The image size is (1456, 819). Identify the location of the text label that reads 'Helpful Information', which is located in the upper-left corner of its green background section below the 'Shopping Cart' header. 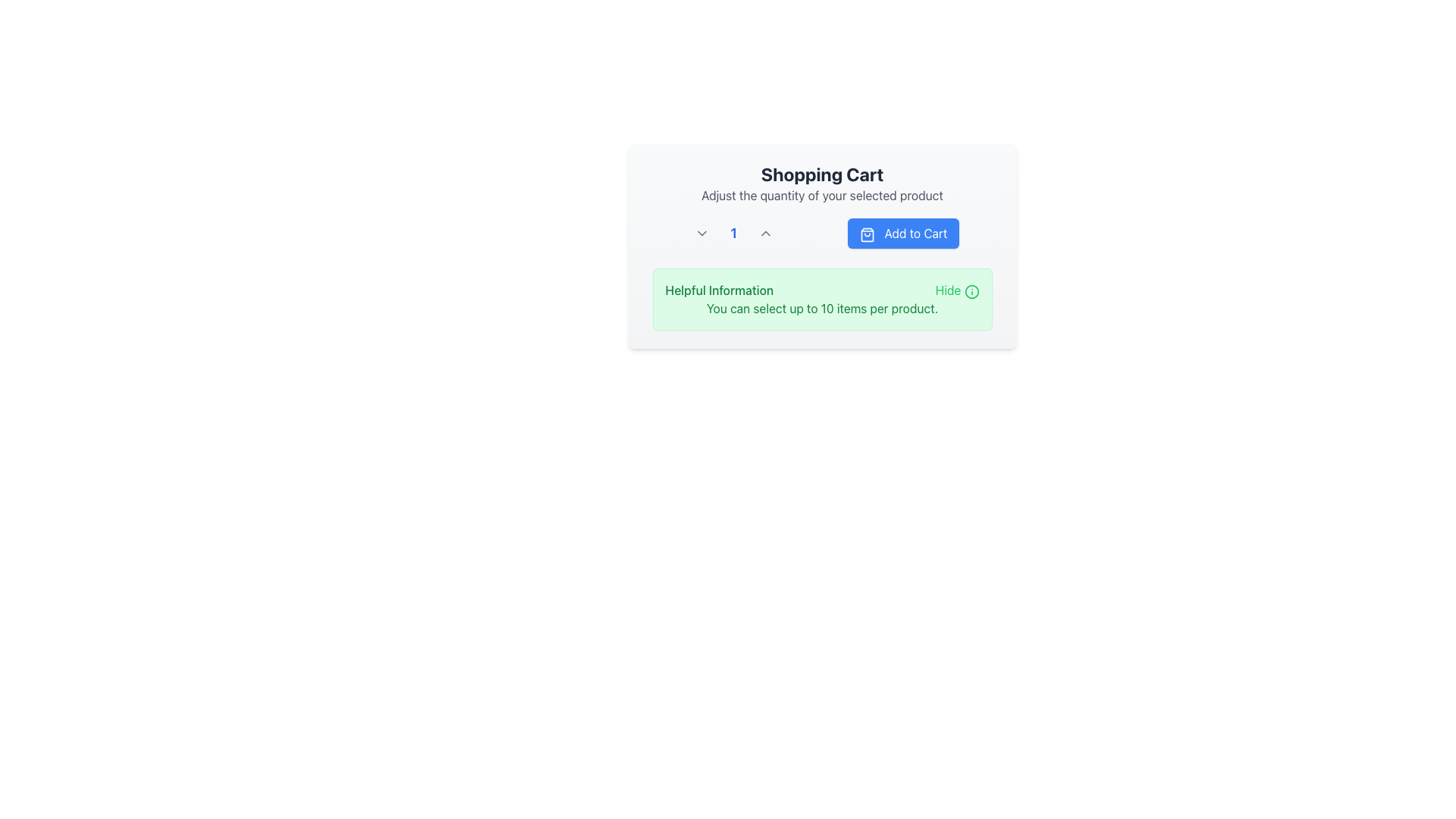
(718, 290).